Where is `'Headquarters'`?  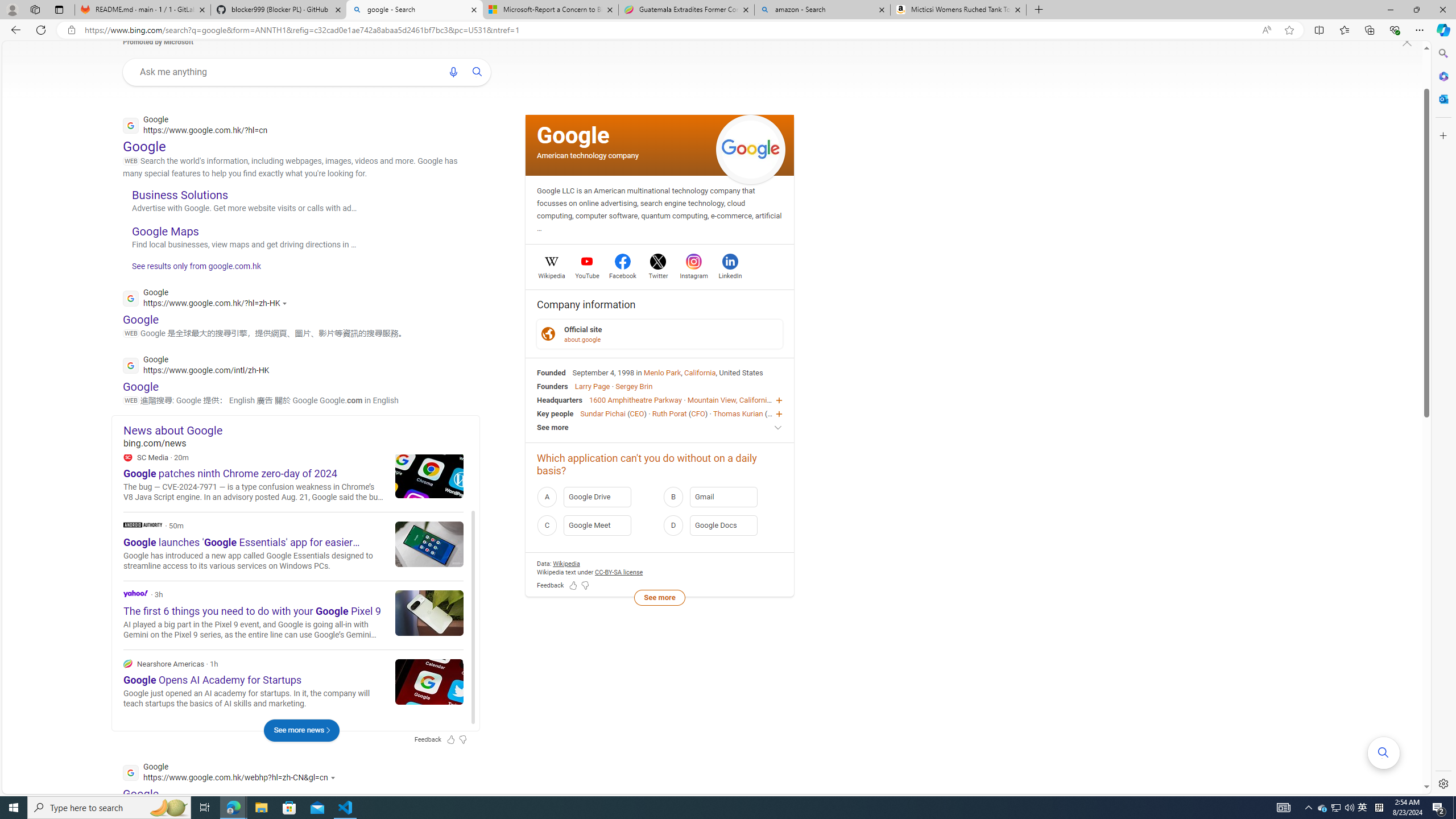 'Headquarters' is located at coordinates (559, 399).